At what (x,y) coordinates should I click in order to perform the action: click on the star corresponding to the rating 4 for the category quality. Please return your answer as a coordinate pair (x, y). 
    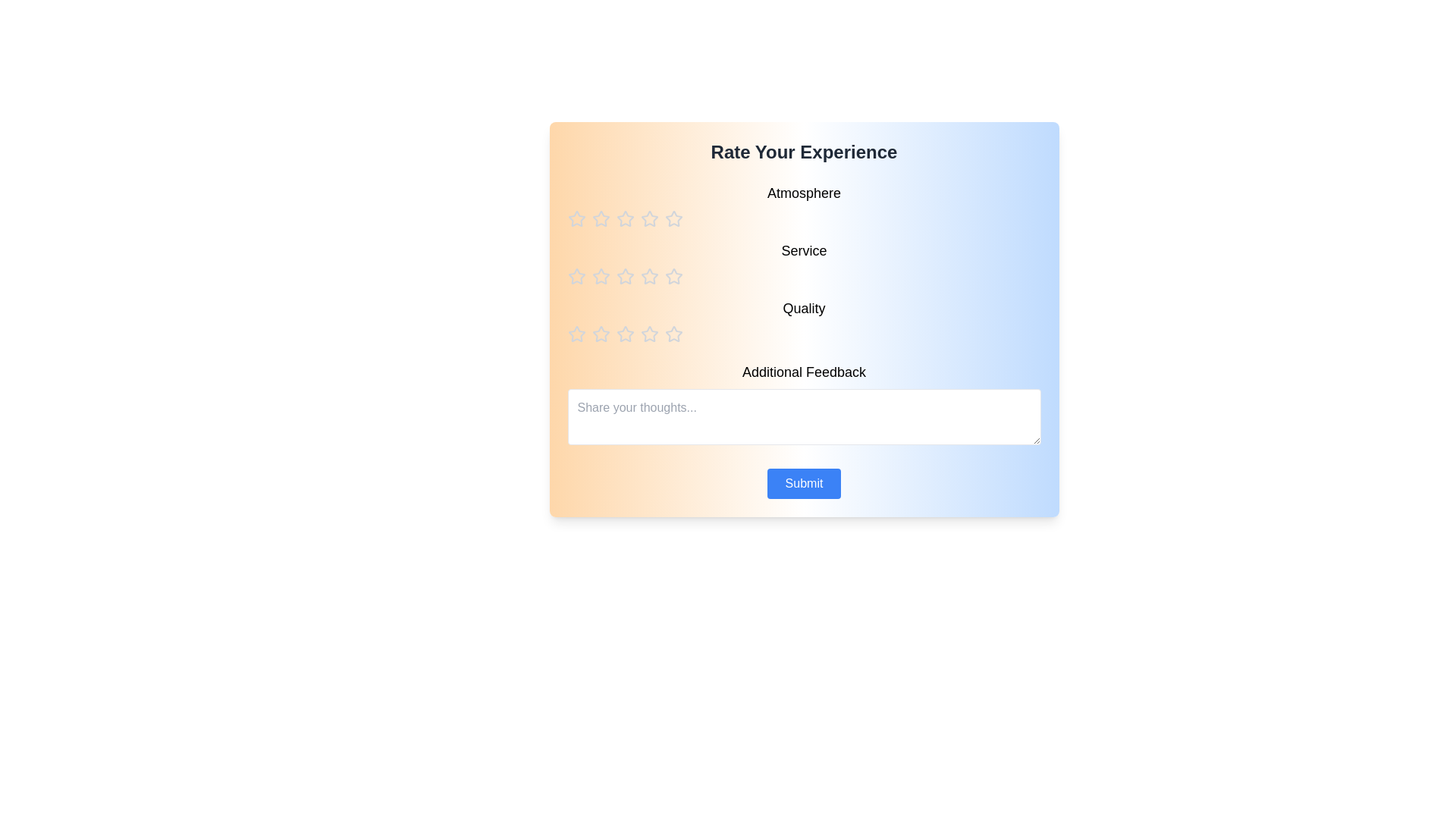
    Looking at the image, I should click on (649, 333).